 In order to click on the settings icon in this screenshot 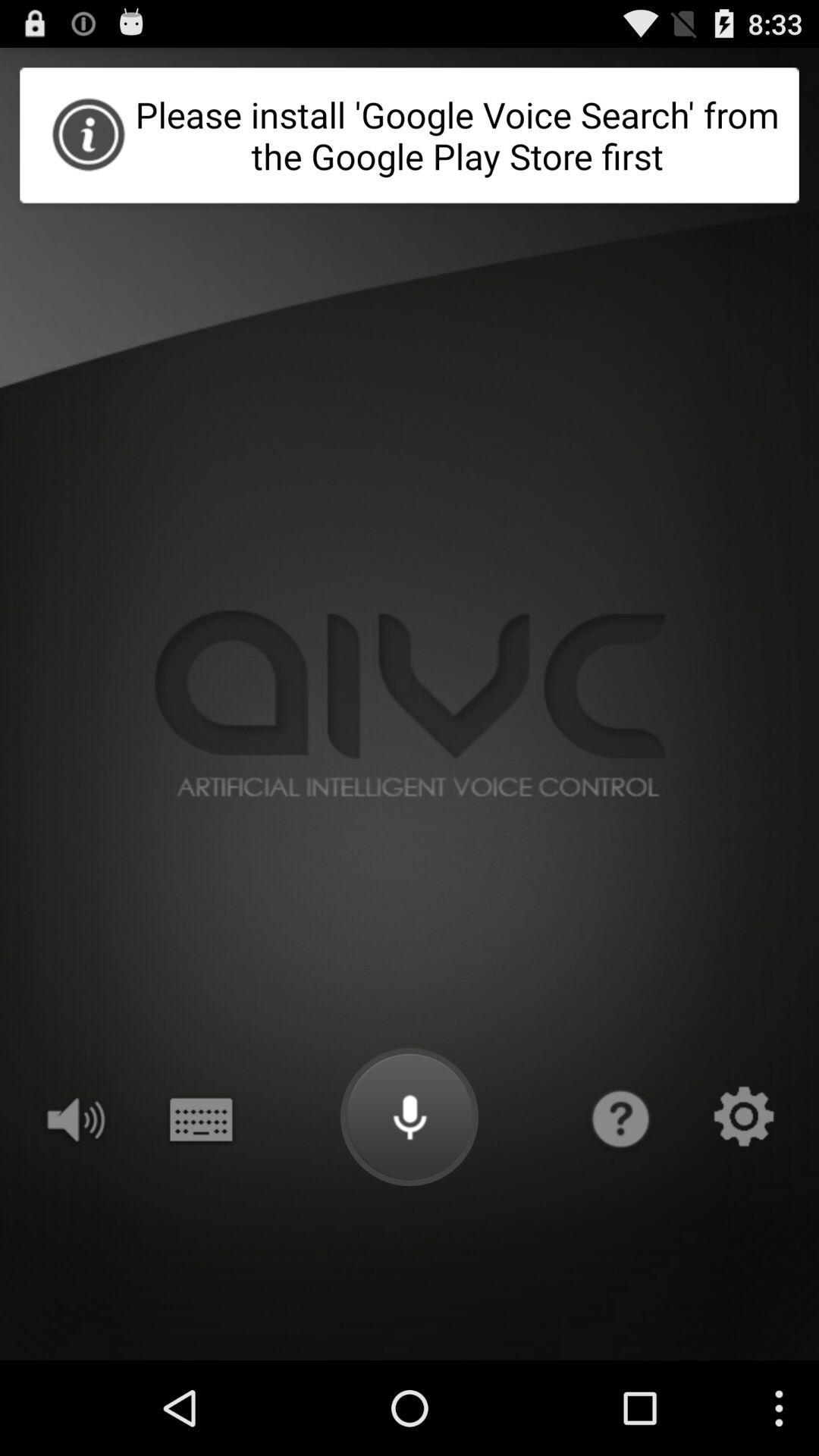, I will do `click(743, 1194)`.